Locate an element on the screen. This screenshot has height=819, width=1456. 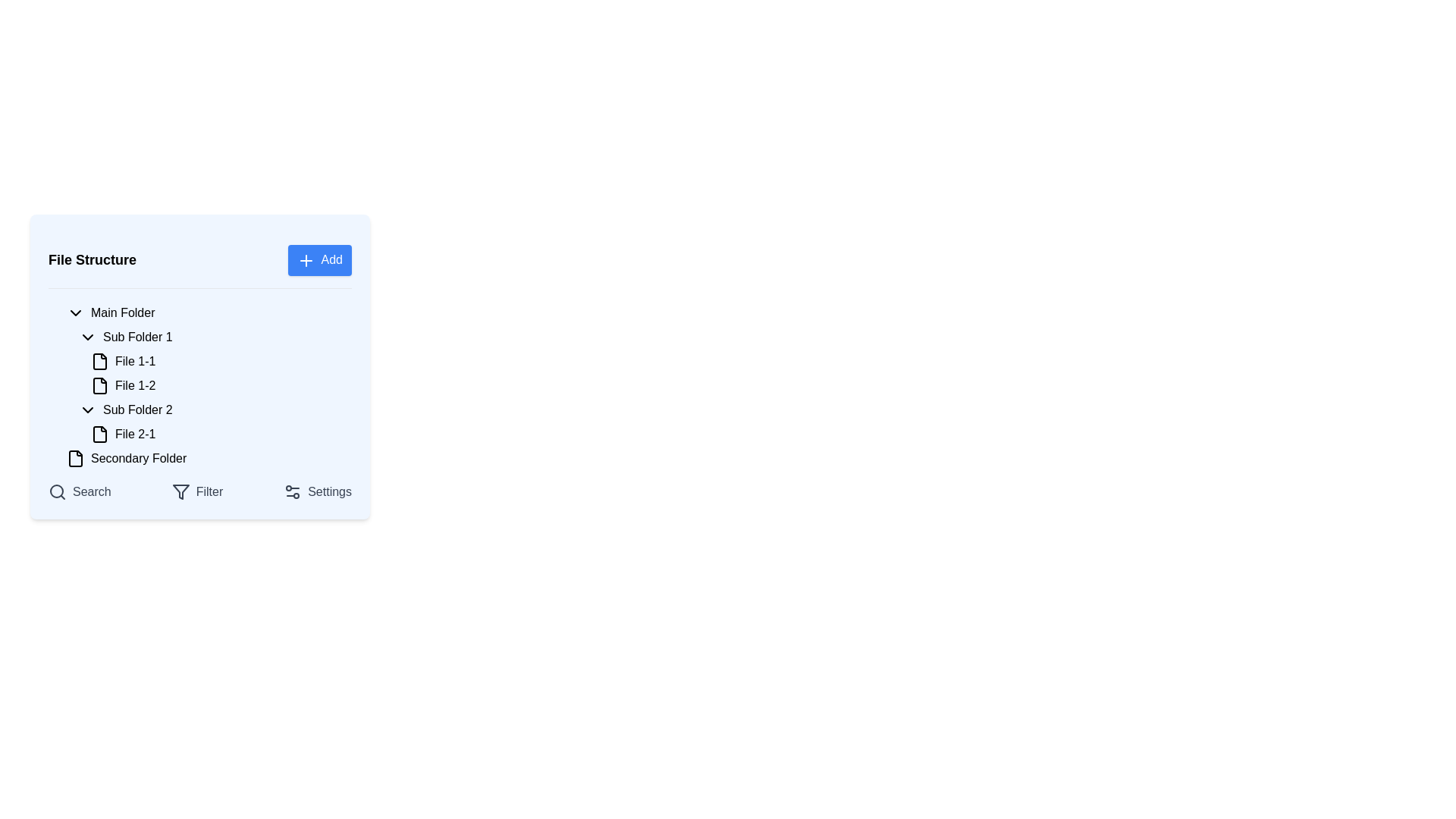
the text label 'Sub Folder 1' is located at coordinates (137, 336).